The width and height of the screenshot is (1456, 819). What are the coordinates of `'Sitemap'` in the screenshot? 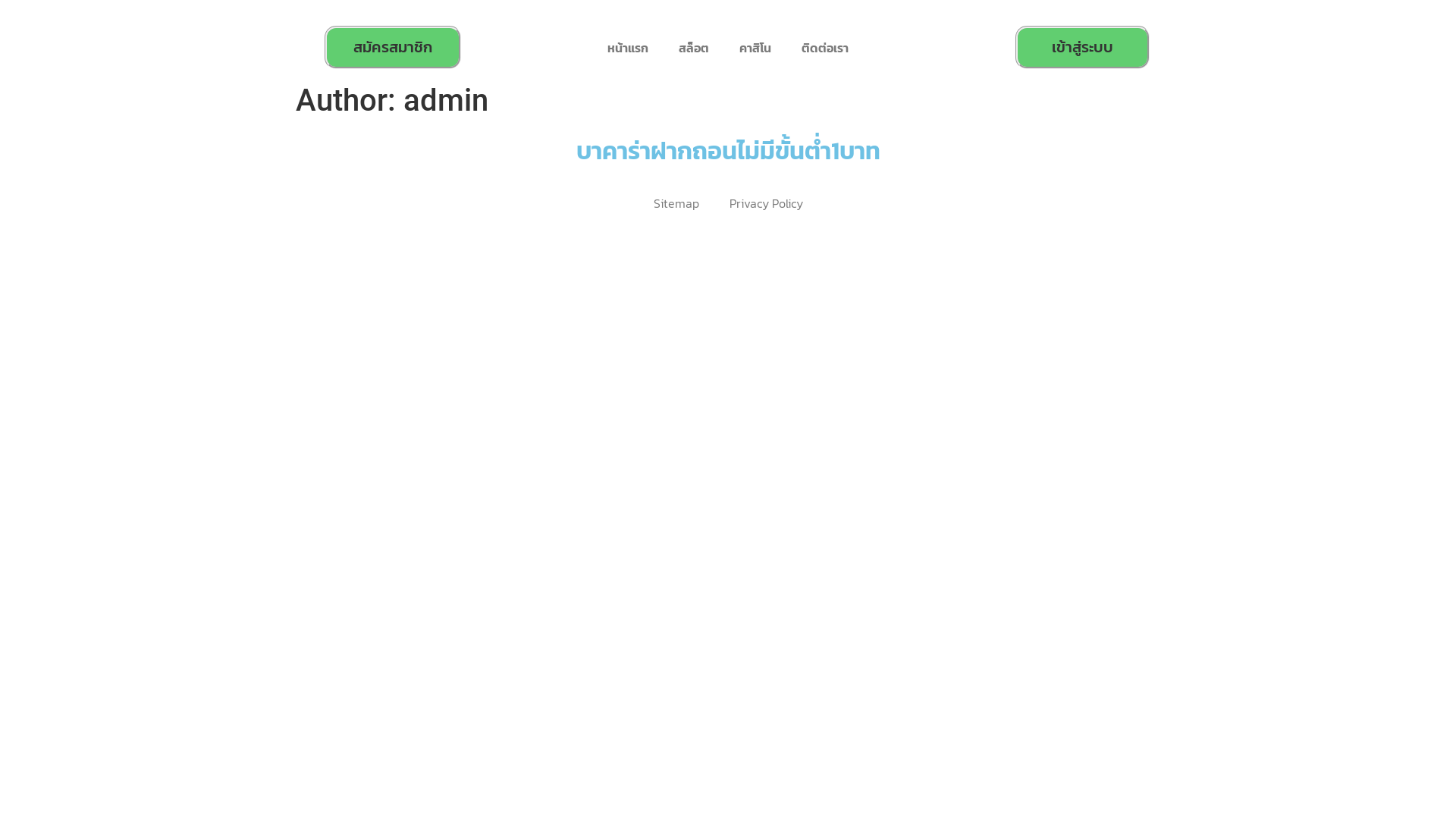 It's located at (676, 202).